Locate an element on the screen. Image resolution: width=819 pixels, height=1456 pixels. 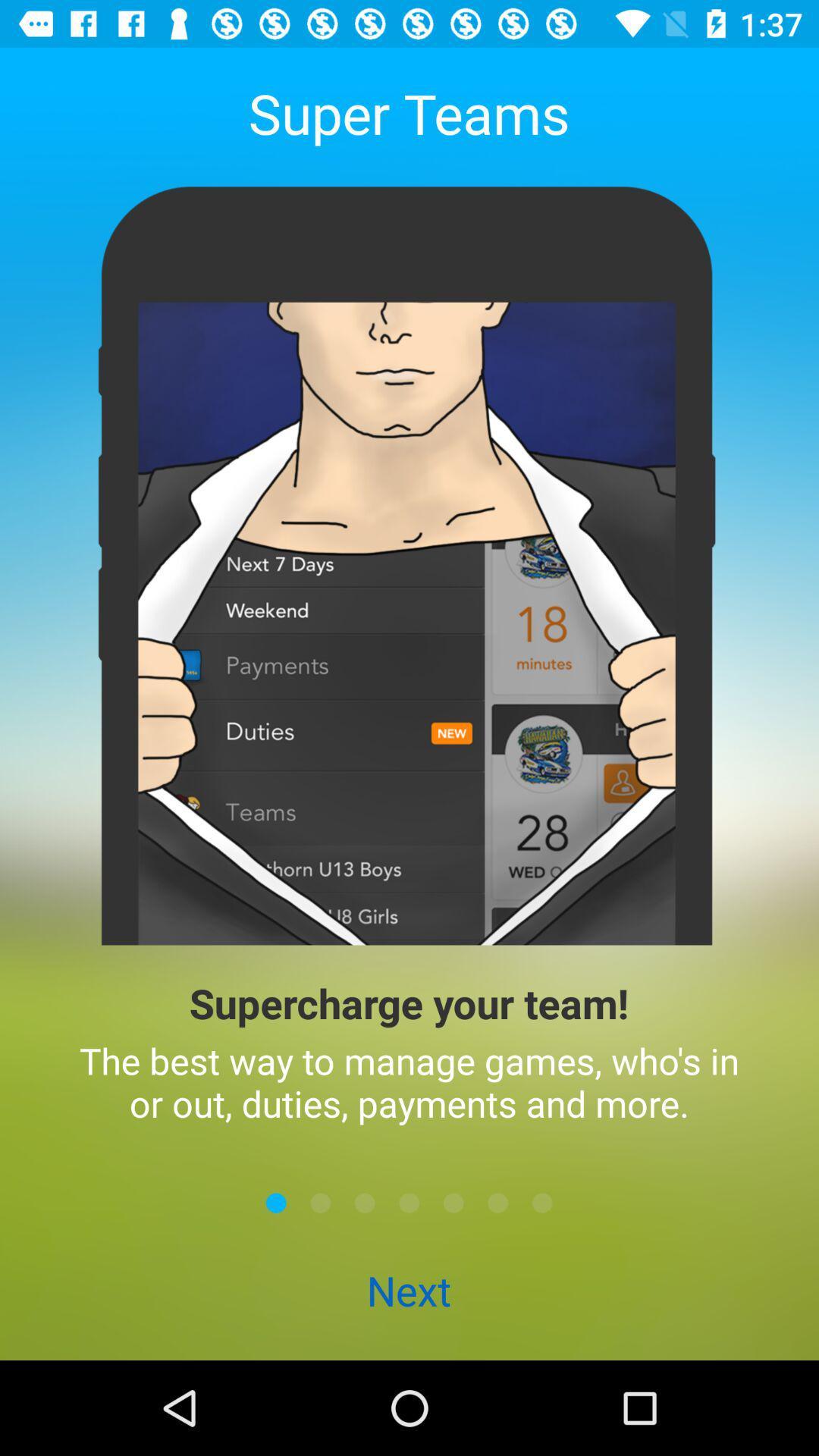
swipe tab is located at coordinates (276, 1202).